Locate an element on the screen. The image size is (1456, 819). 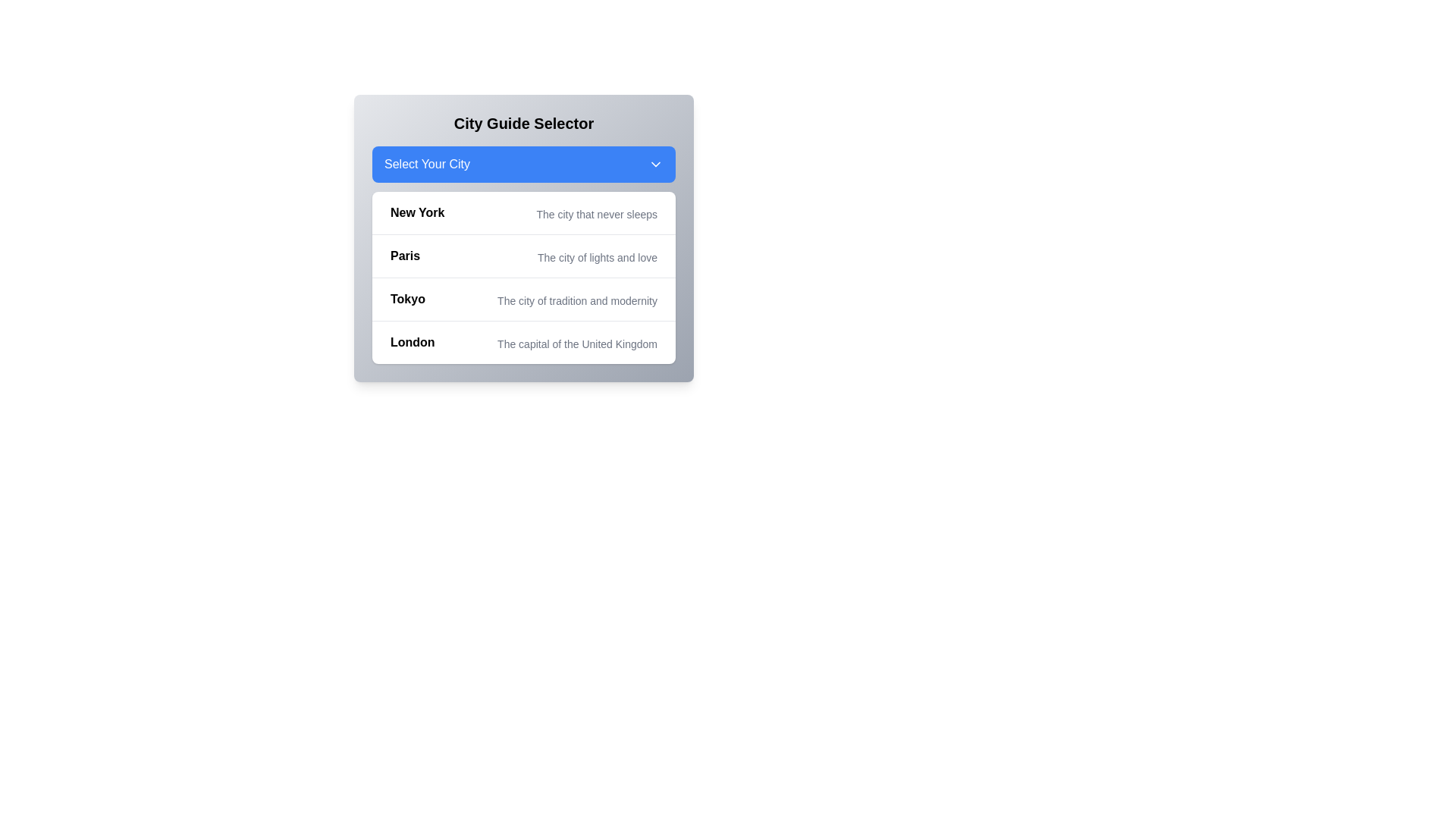
the Text Label for the city option 'Paris' located in the dropdown selection interface, positioned under 'Select Your City' is located at coordinates (405, 256).